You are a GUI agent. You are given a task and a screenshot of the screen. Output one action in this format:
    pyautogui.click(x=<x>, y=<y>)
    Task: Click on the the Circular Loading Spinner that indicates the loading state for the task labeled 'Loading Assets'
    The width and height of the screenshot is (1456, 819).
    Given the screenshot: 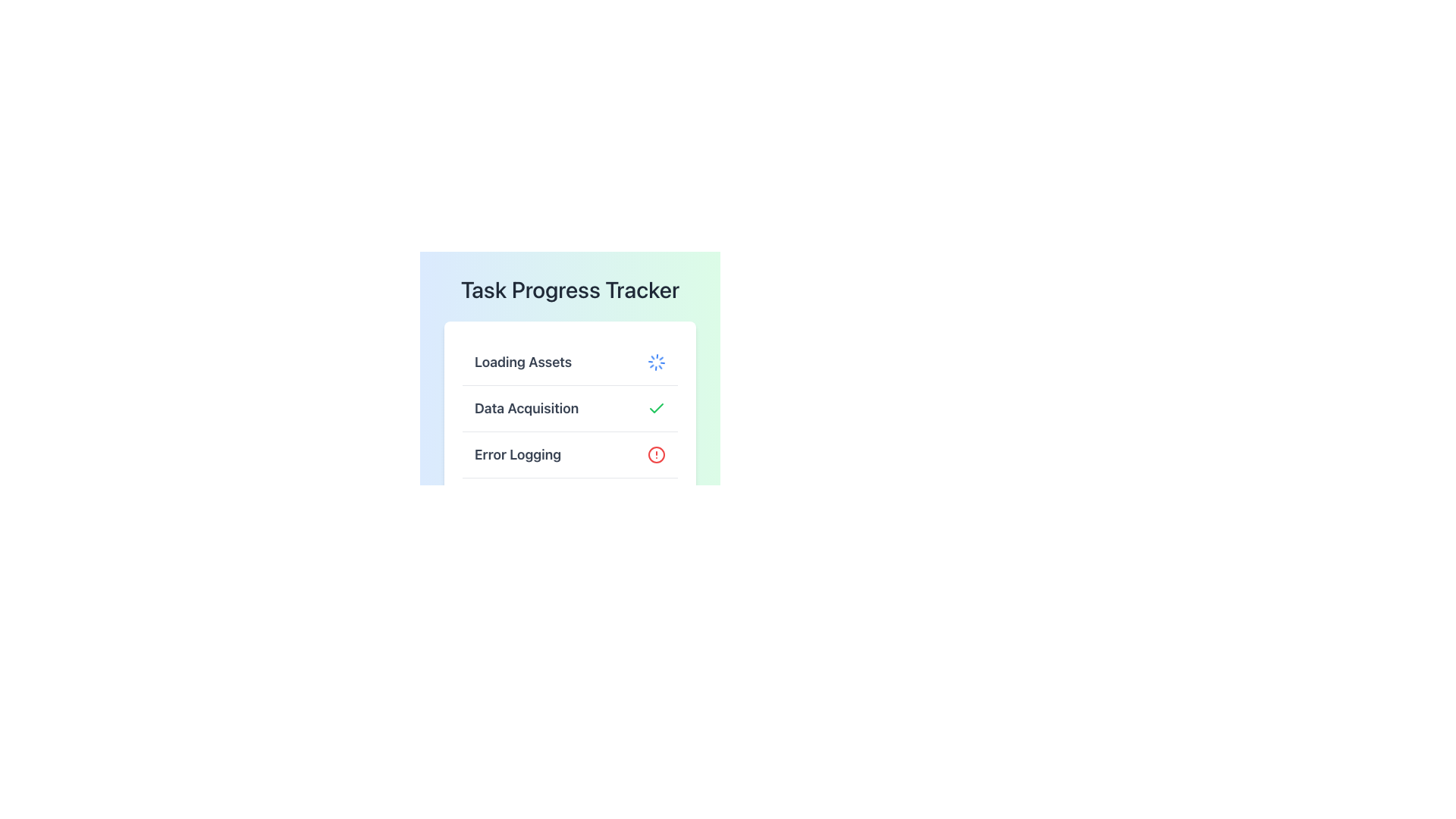 What is the action you would take?
    pyautogui.click(x=656, y=362)
    